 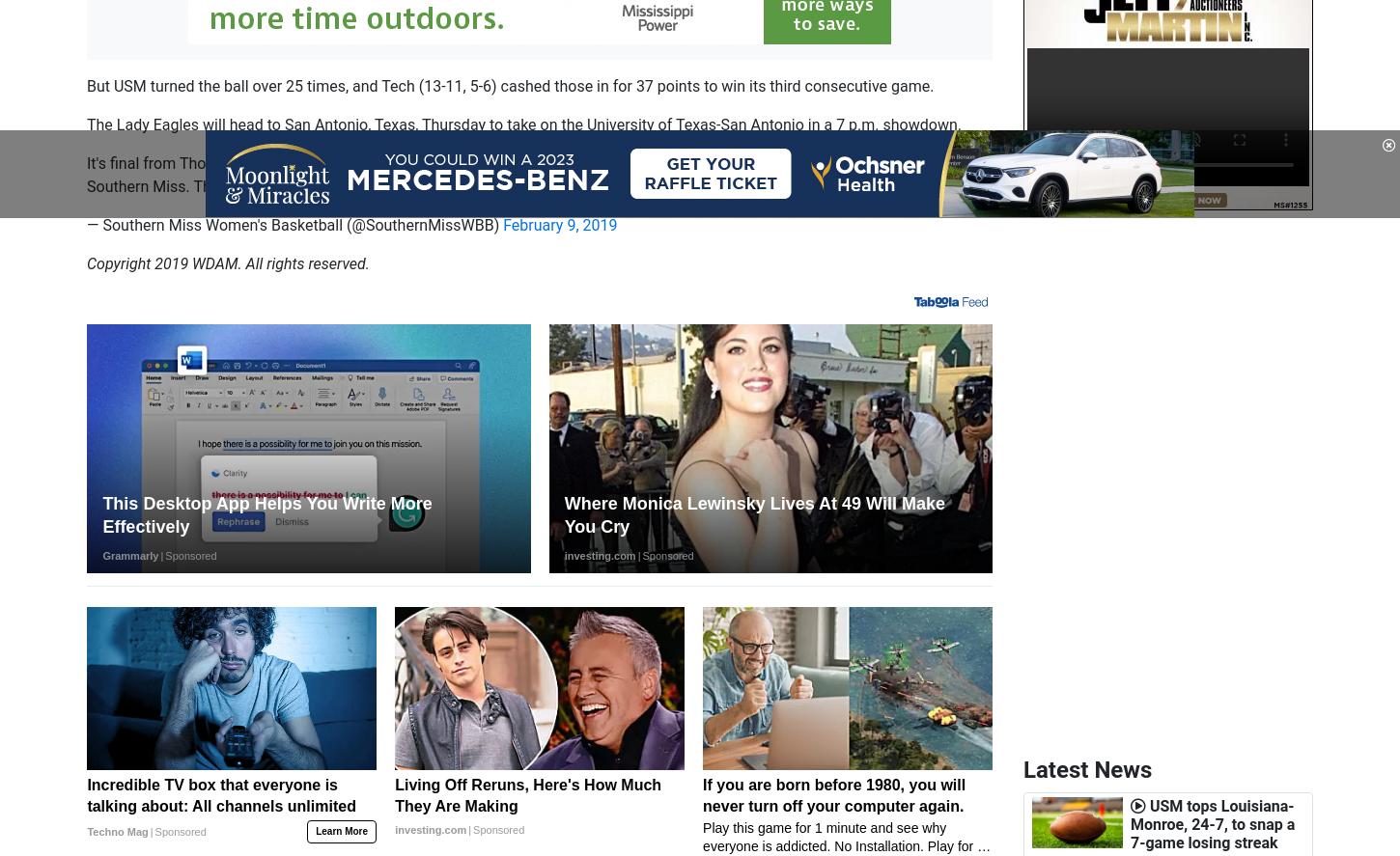 I want to click on 'The Lady Eagles will head to San Antonio, Texas, Thursday to take on the University of Texas-San Antonio in a 7 p.m. showdown.', so click(x=87, y=124).